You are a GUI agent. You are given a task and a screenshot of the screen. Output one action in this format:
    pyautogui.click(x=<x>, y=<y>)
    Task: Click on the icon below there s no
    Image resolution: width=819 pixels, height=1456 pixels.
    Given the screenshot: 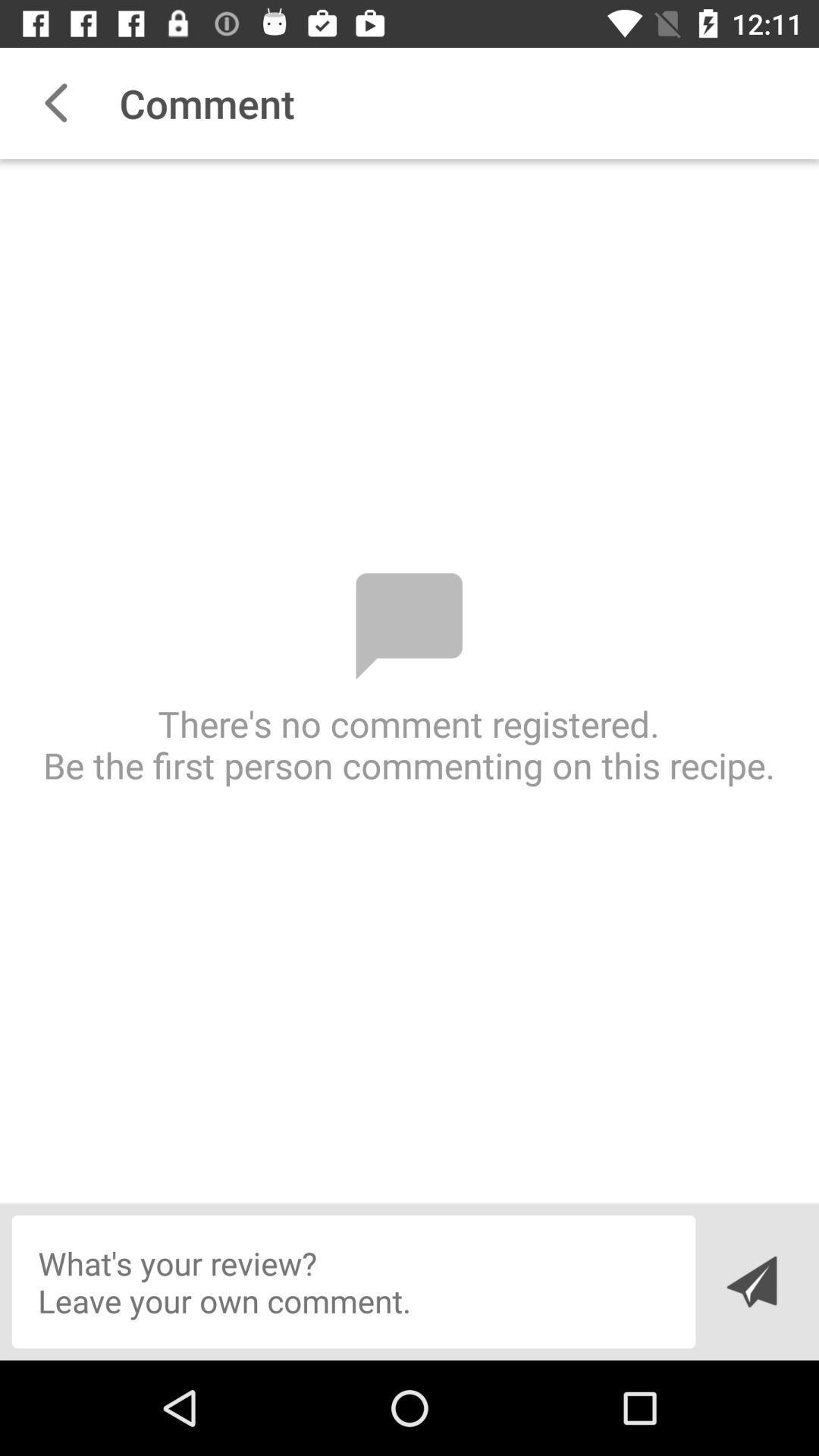 What is the action you would take?
    pyautogui.click(x=353, y=1281)
    